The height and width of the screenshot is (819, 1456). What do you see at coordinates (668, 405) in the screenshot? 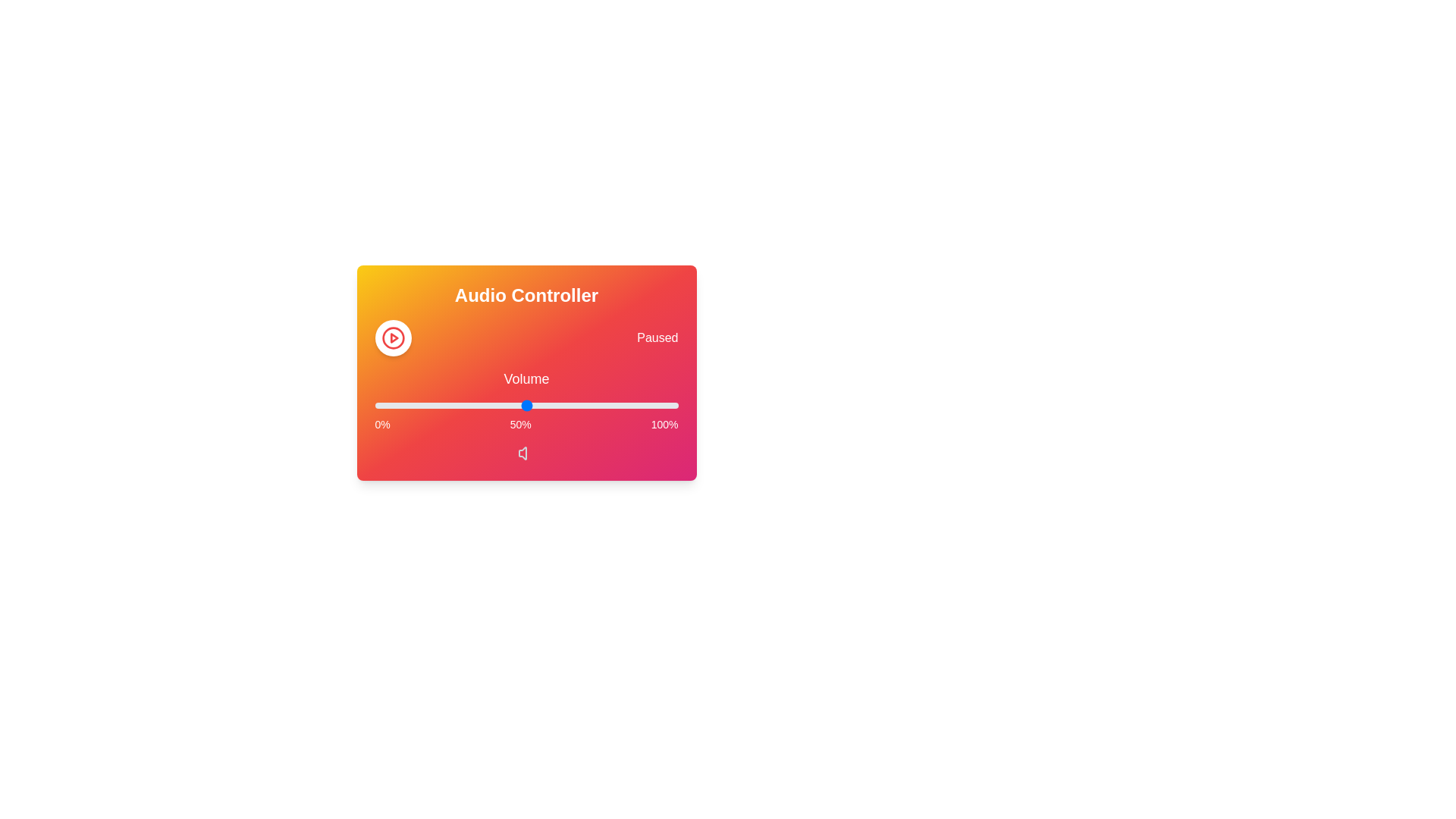
I see `the volume slider to 97%` at bounding box center [668, 405].